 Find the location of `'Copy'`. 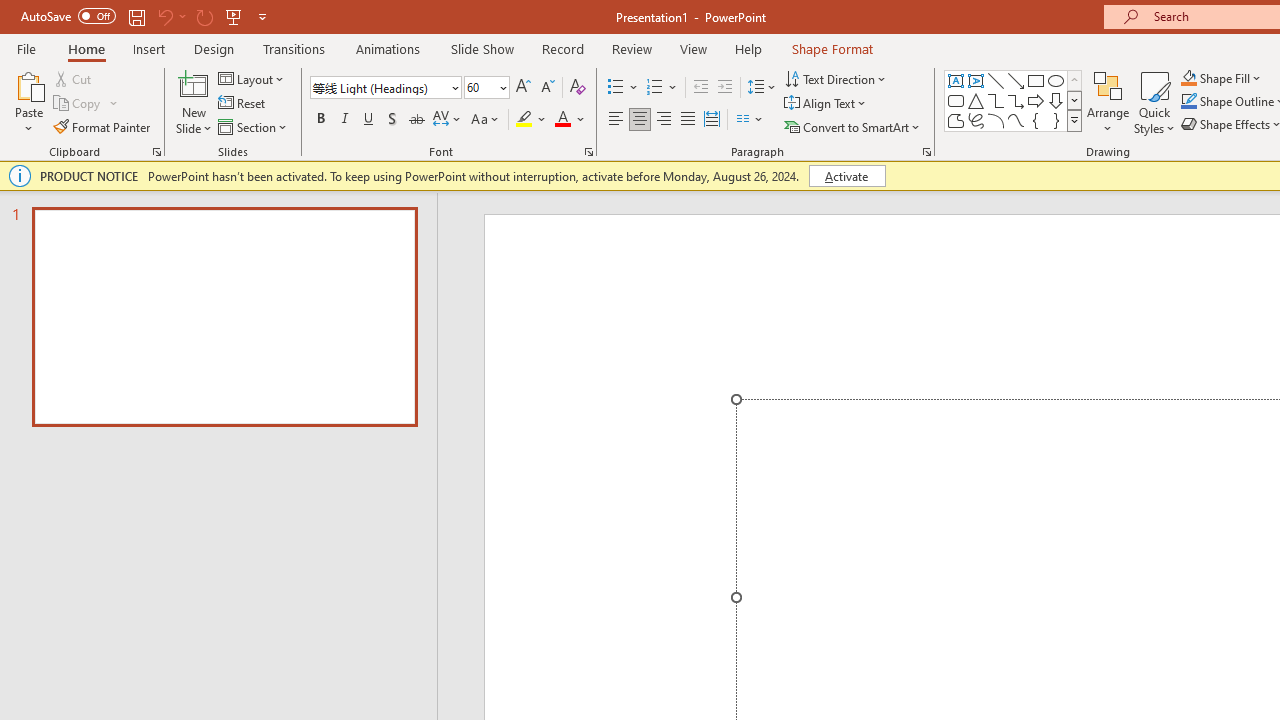

'Copy' is located at coordinates (78, 103).